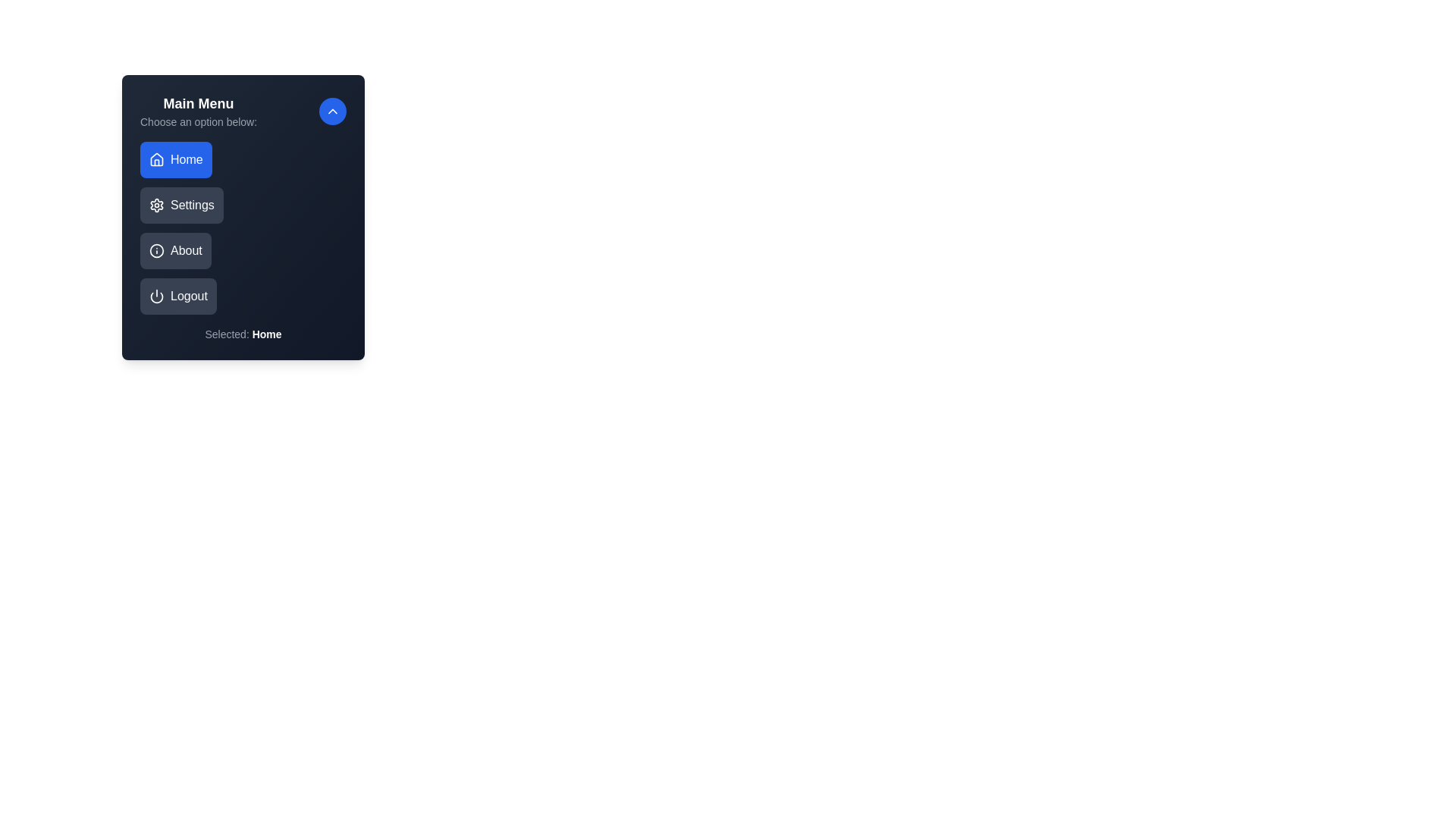  What do you see at coordinates (156, 296) in the screenshot?
I see `the Logout icon (SVG) located to the left of the 'Logout' text at the bottom of the menu list` at bounding box center [156, 296].